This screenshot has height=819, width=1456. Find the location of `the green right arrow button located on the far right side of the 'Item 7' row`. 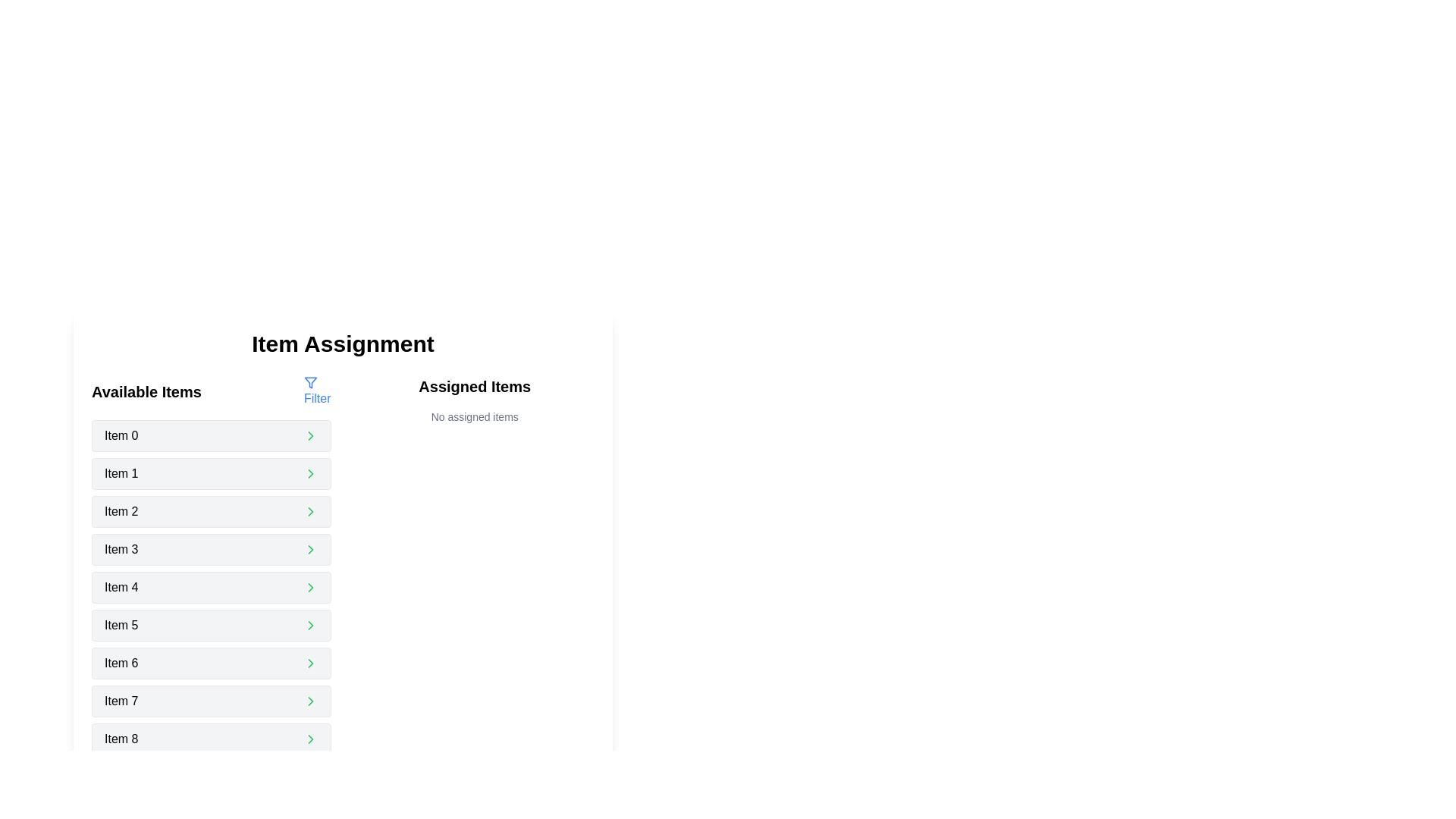

the green right arrow button located on the far right side of the 'Item 7' row is located at coordinates (309, 701).